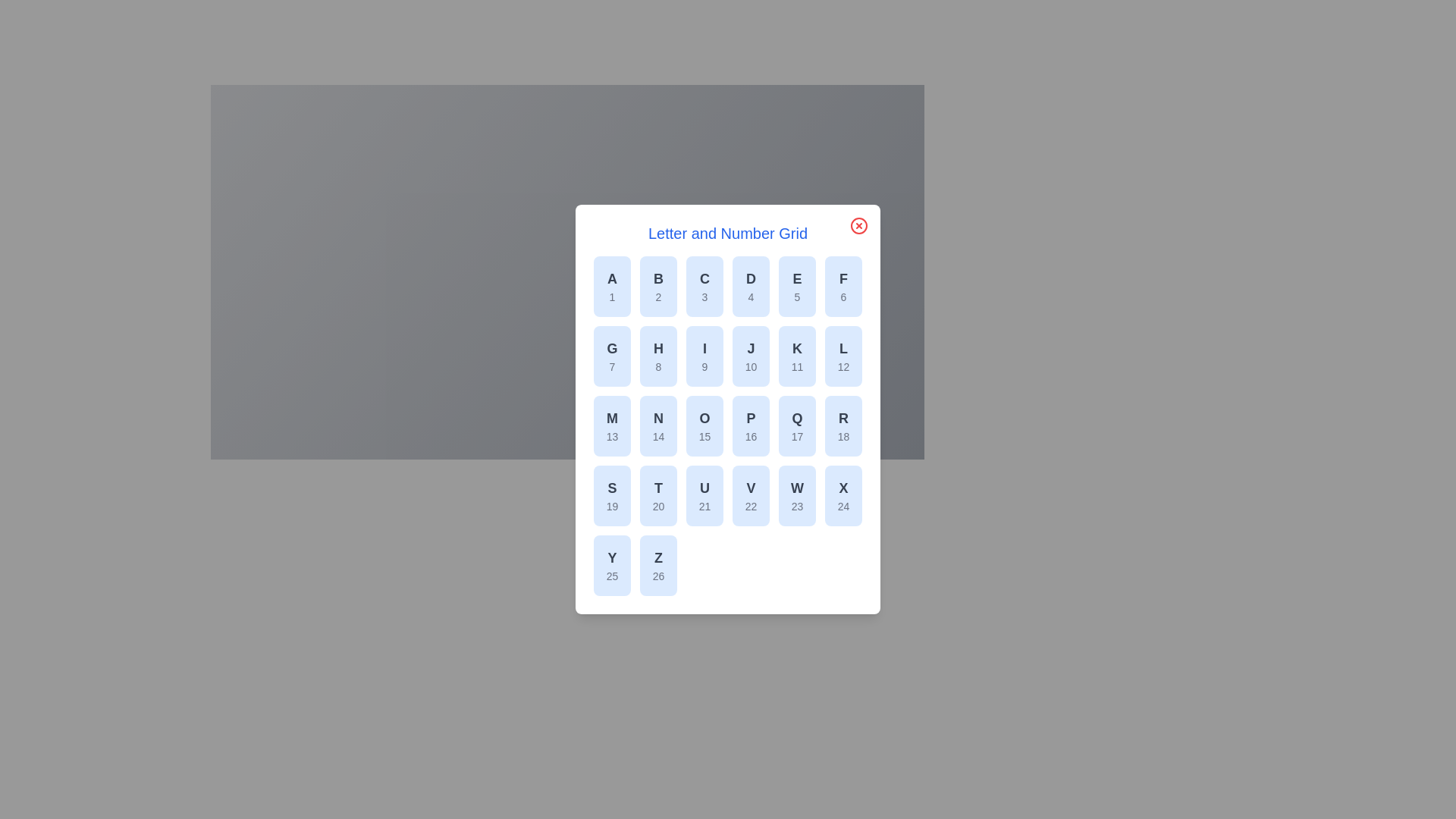 The image size is (1456, 819). What do you see at coordinates (796, 287) in the screenshot?
I see `the grid item corresponding to letter E` at bounding box center [796, 287].